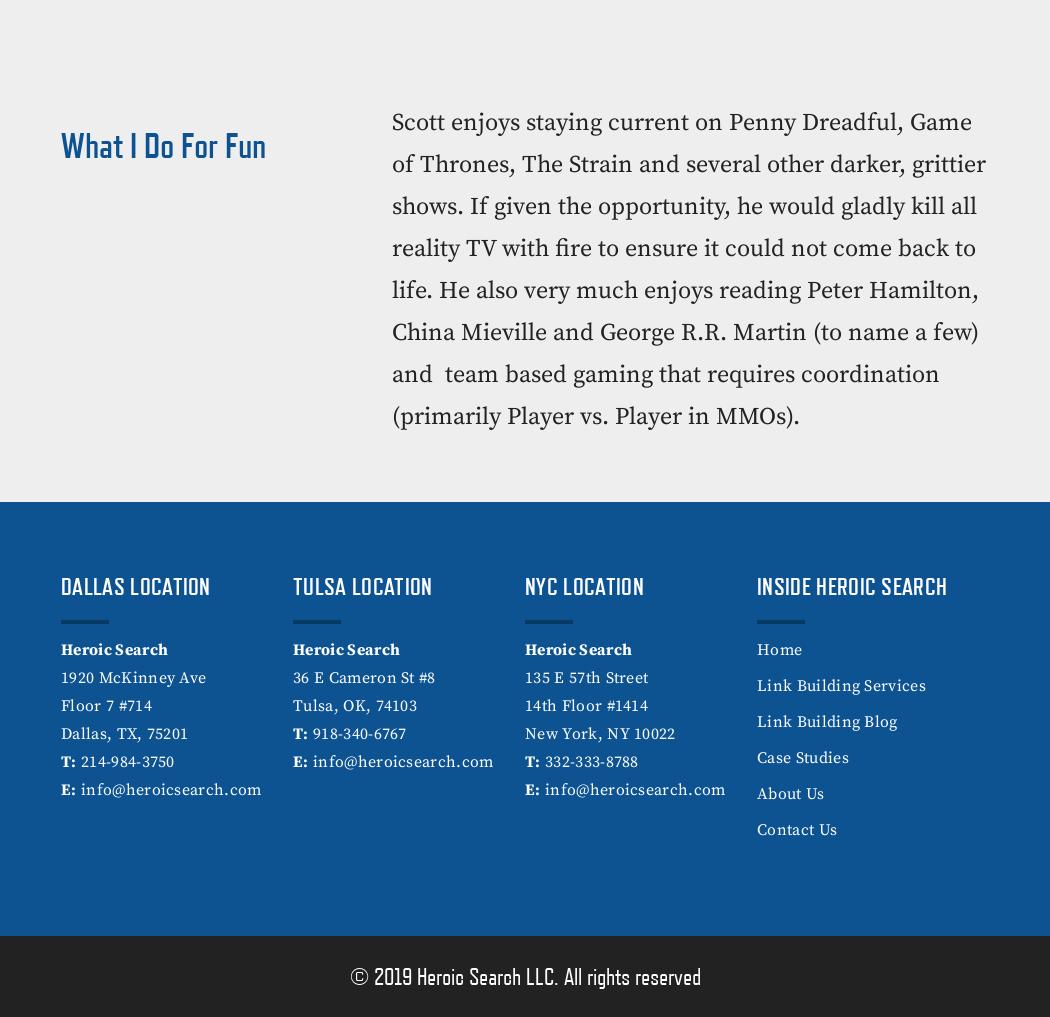  What do you see at coordinates (357, 732) in the screenshot?
I see `'918-340-6767'` at bounding box center [357, 732].